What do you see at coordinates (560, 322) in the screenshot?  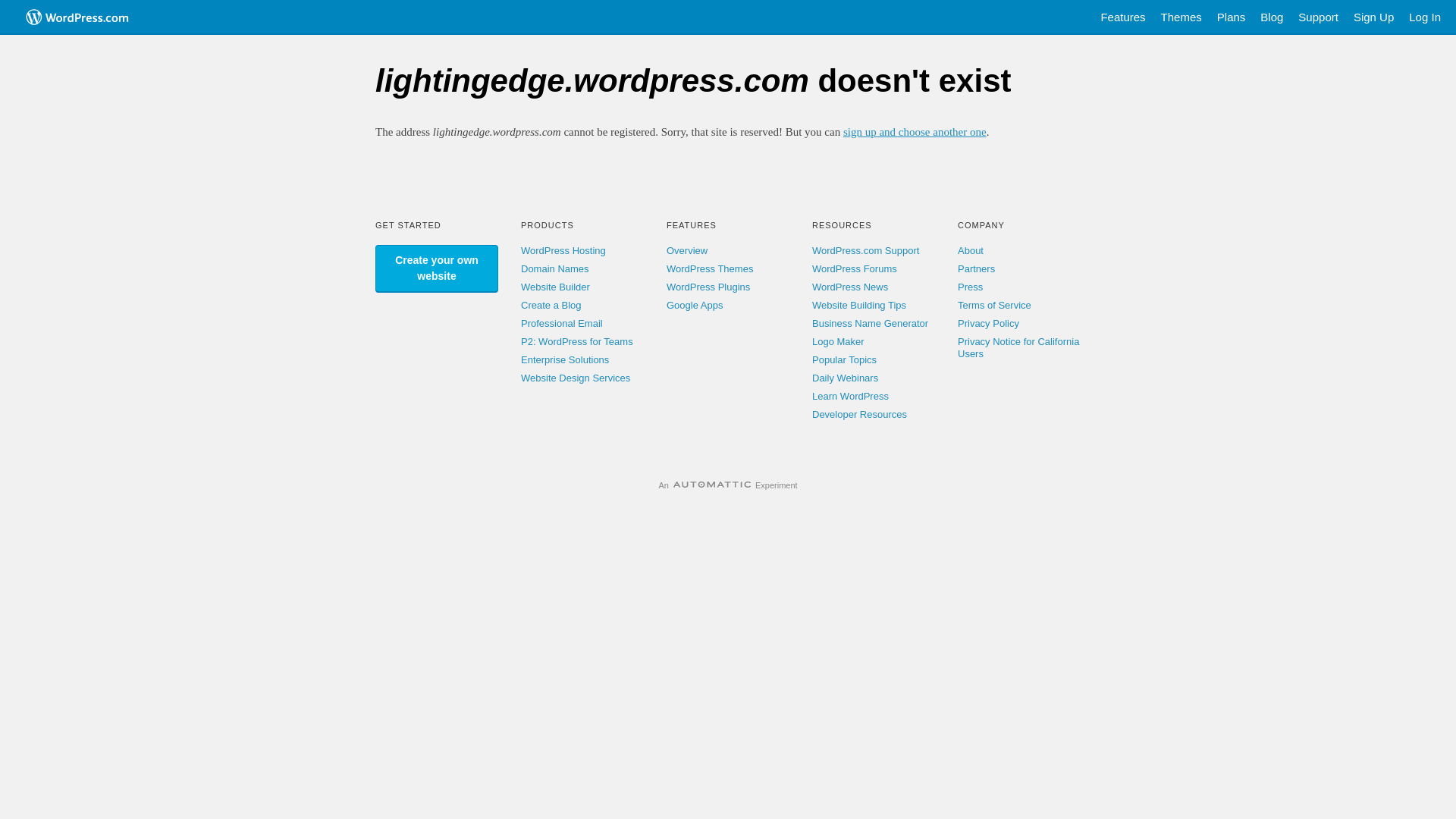 I see `'Professional Email'` at bounding box center [560, 322].